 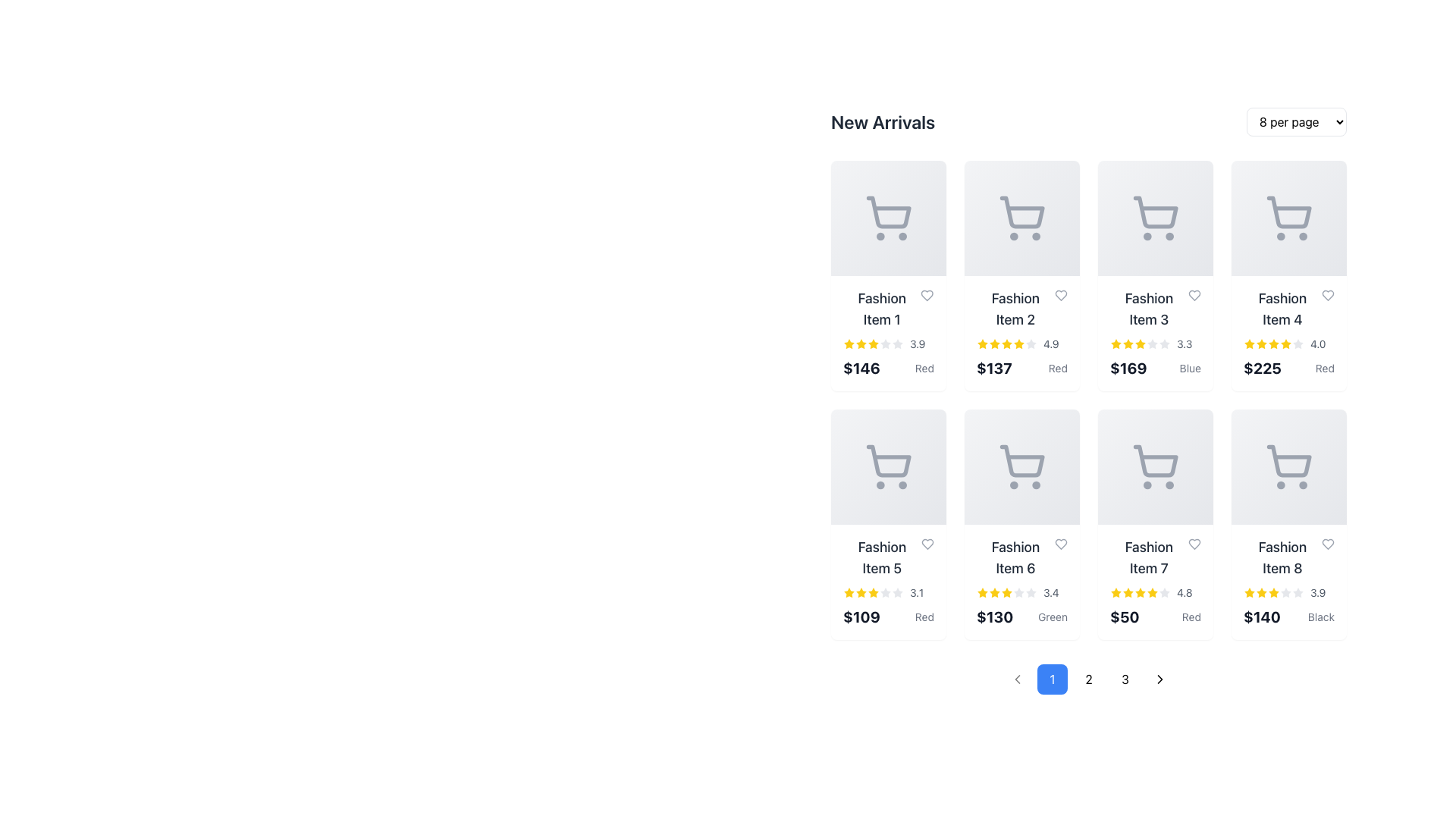 I want to click on the yellow star icon representing the rating for 'Fashion Item 7' within the product card grid, so click(x=1116, y=591).